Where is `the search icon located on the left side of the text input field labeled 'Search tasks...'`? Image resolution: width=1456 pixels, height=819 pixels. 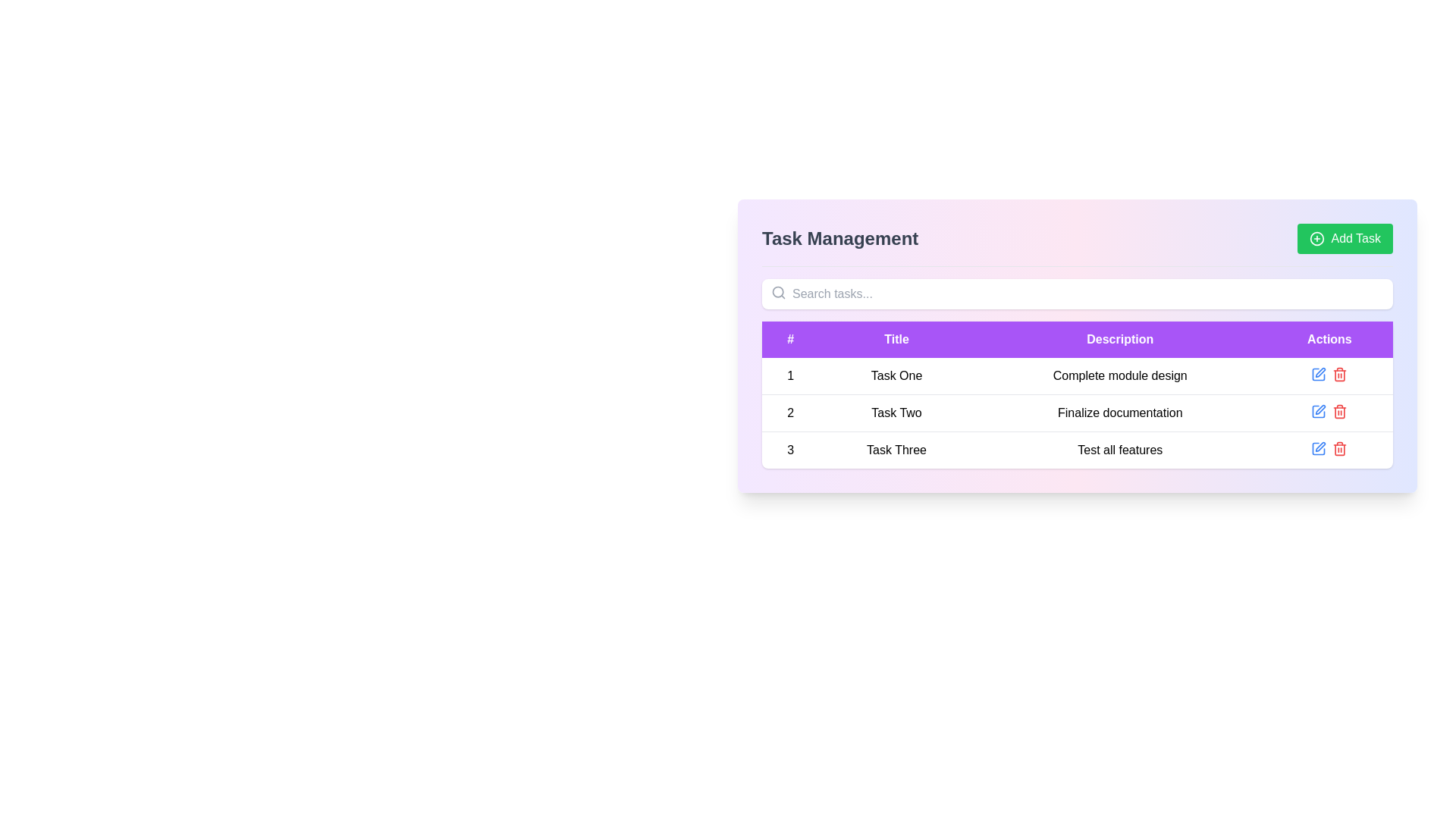 the search icon located on the left side of the text input field labeled 'Search tasks...' is located at coordinates (779, 292).